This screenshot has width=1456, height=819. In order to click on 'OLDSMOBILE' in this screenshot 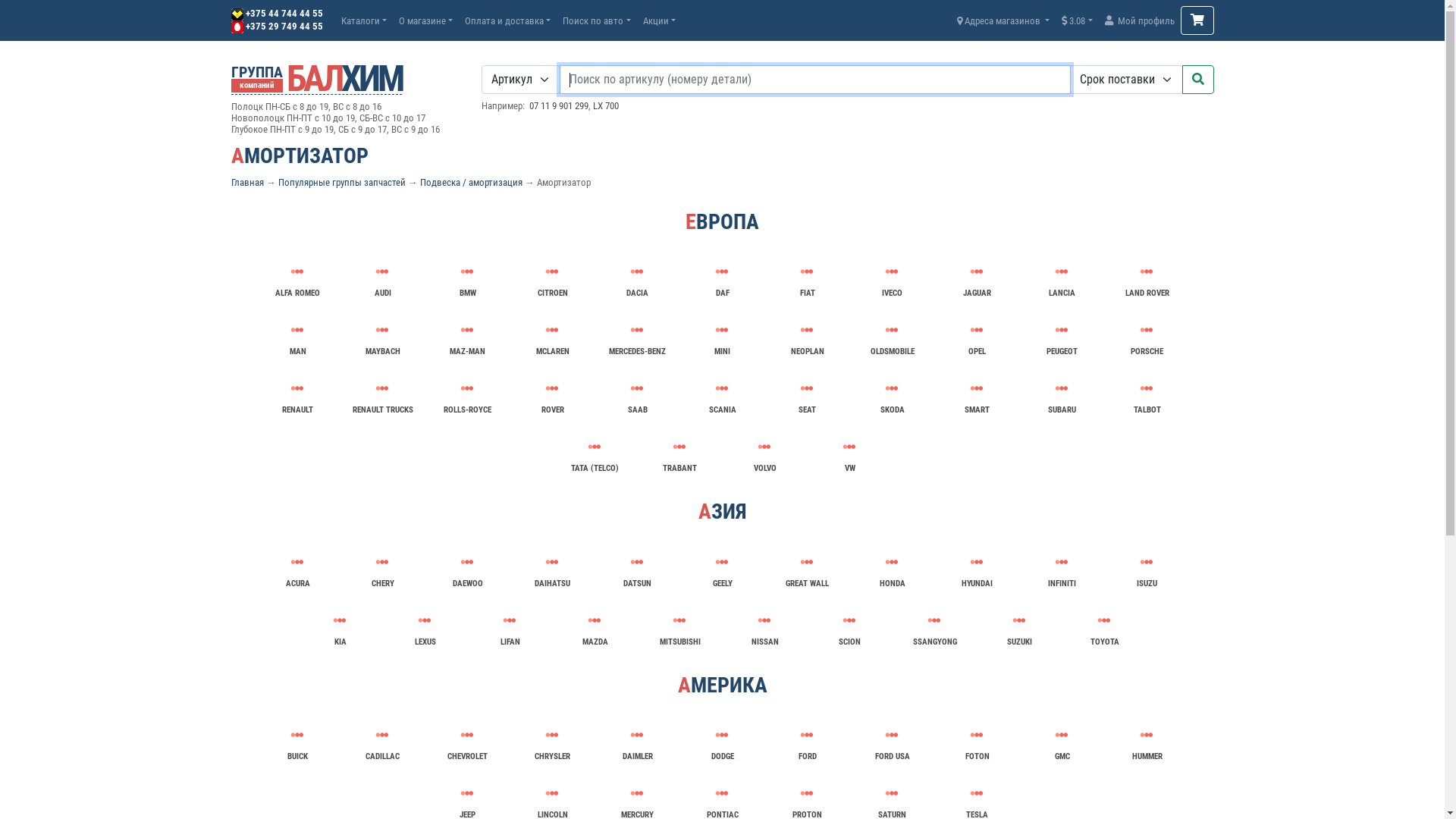, I will do `click(892, 329)`.